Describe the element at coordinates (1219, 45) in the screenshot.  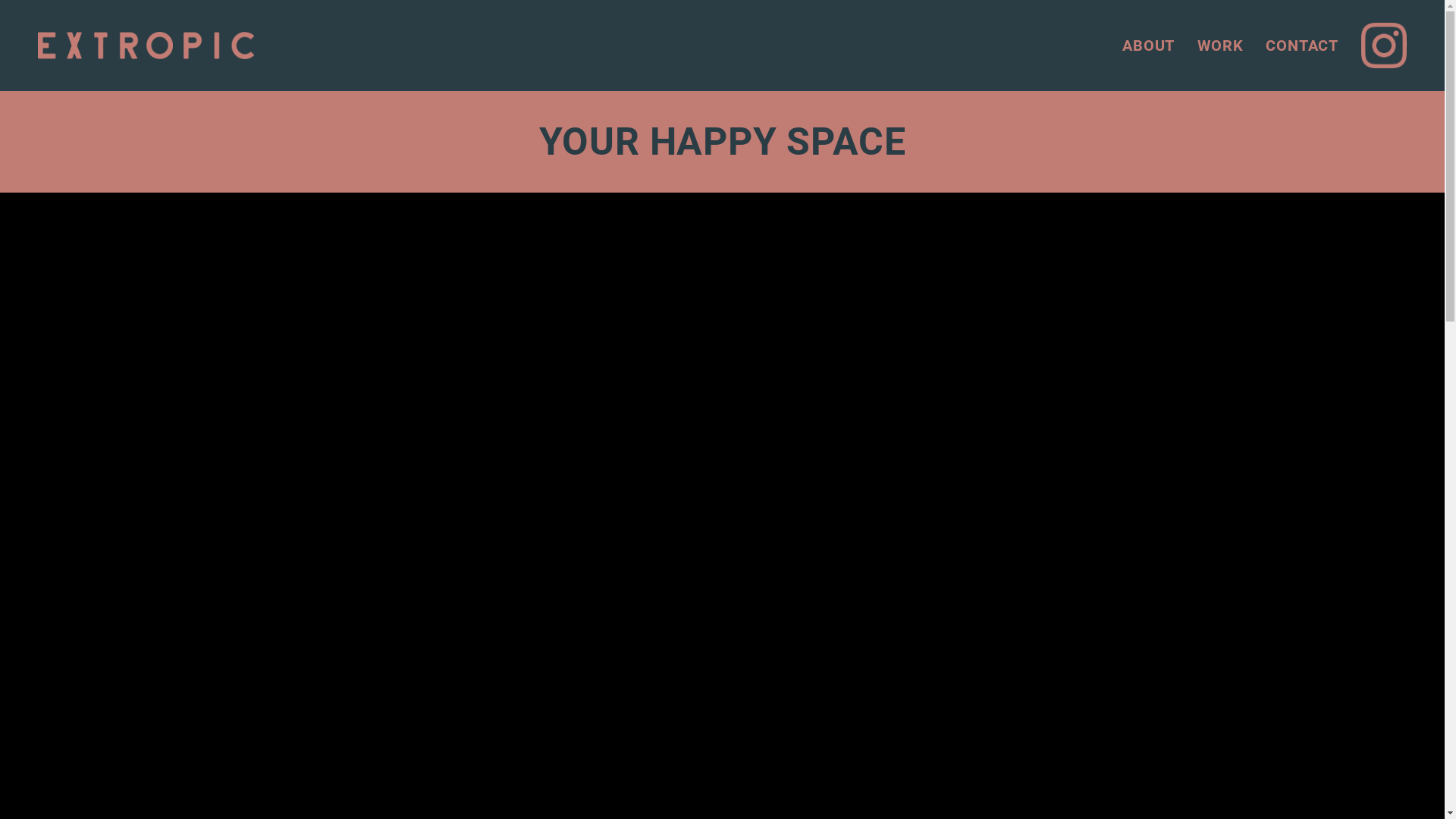
I see `'WORK'` at that location.